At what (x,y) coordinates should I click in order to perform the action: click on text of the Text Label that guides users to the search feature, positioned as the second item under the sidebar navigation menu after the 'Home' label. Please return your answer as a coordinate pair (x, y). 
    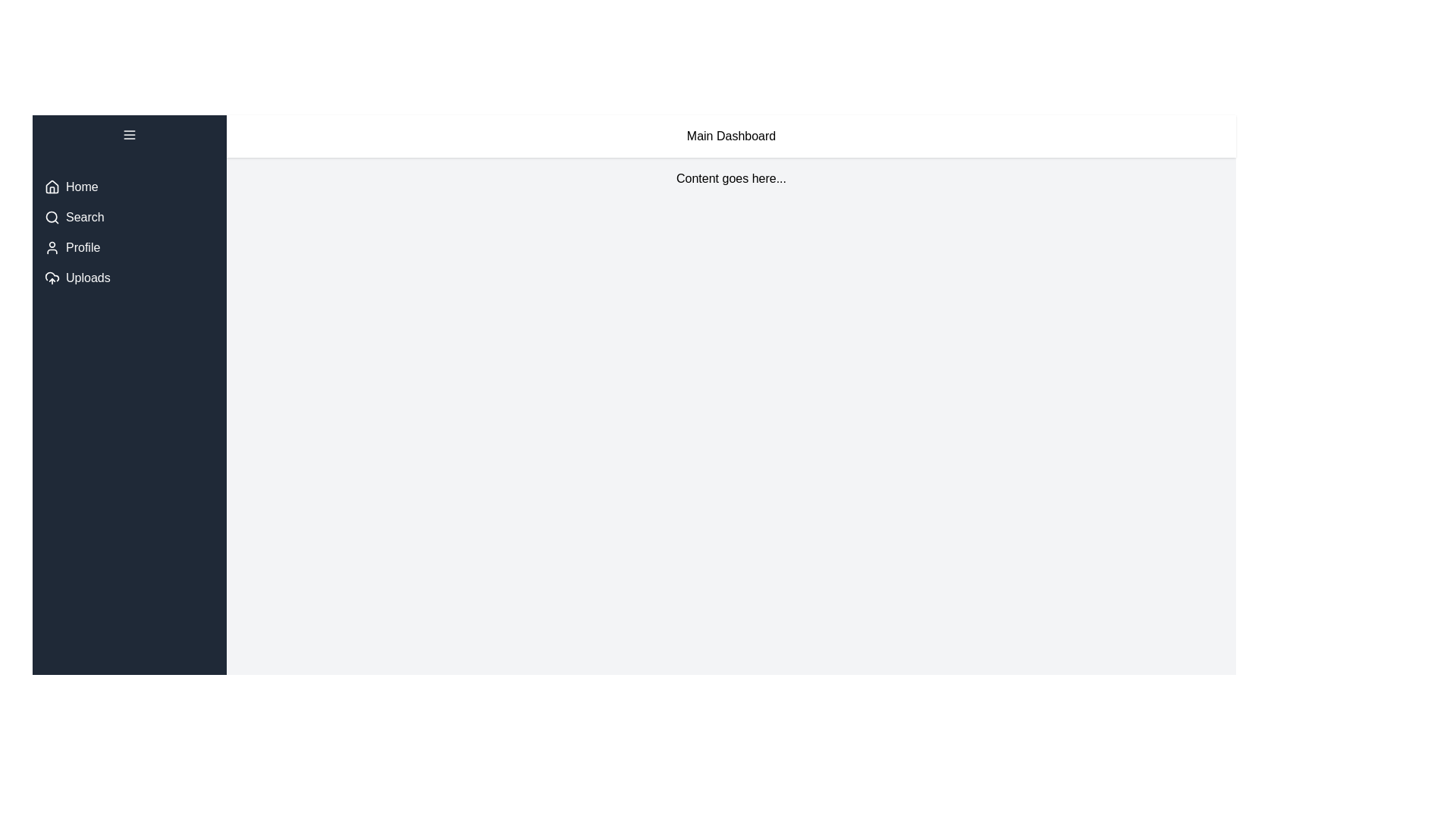
    Looking at the image, I should click on (84, 217).